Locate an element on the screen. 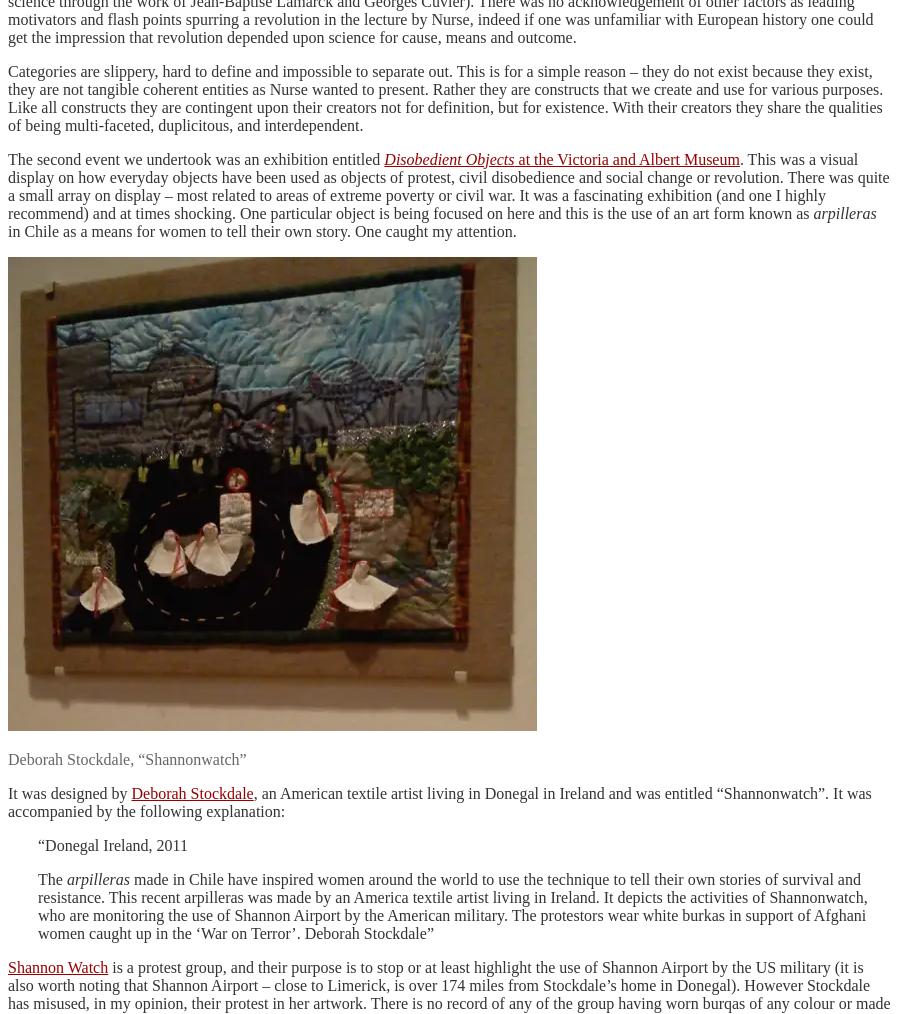  'The' is located at coordinates (51, 877).